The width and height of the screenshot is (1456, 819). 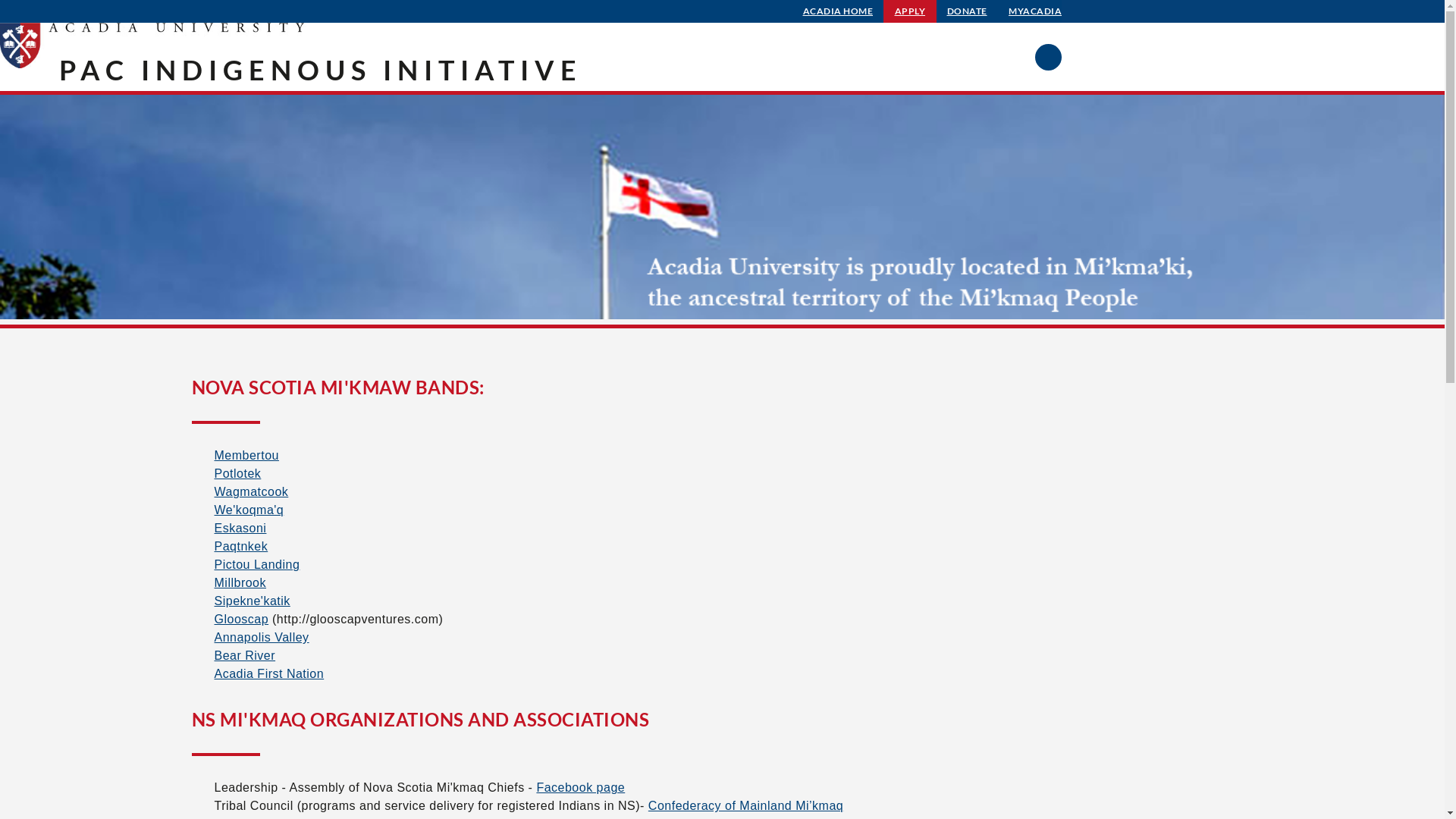 What do you see at coordinates (213, 527) in the screenshot?
I see `'Eskasoni'` at bounding box center [213, 527].